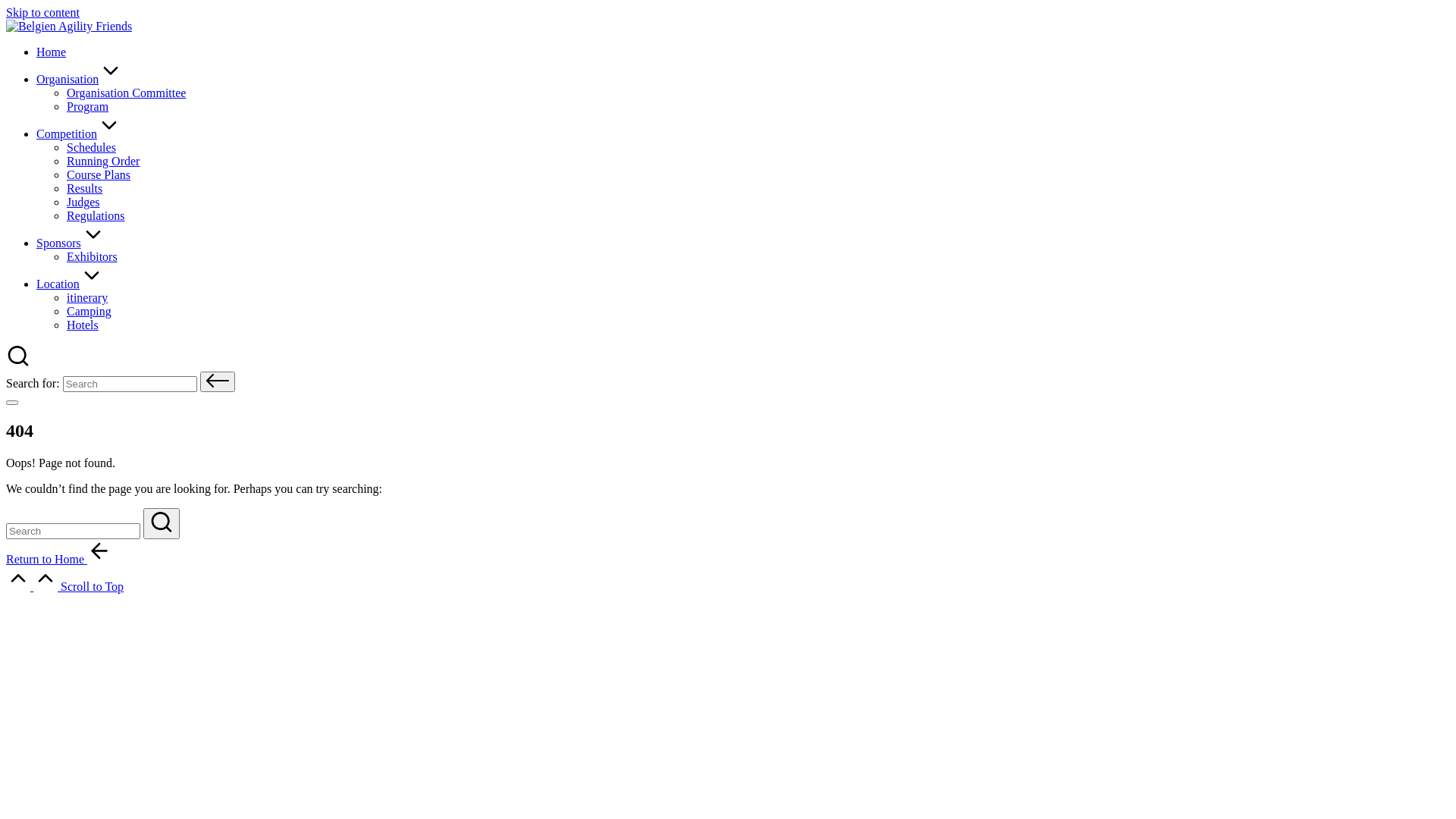 The width and height of the screenshot is (1456, 819). Describe the element at coordinates (91, 256) in the screenshot. I see `'Exhibitors'` at that location.